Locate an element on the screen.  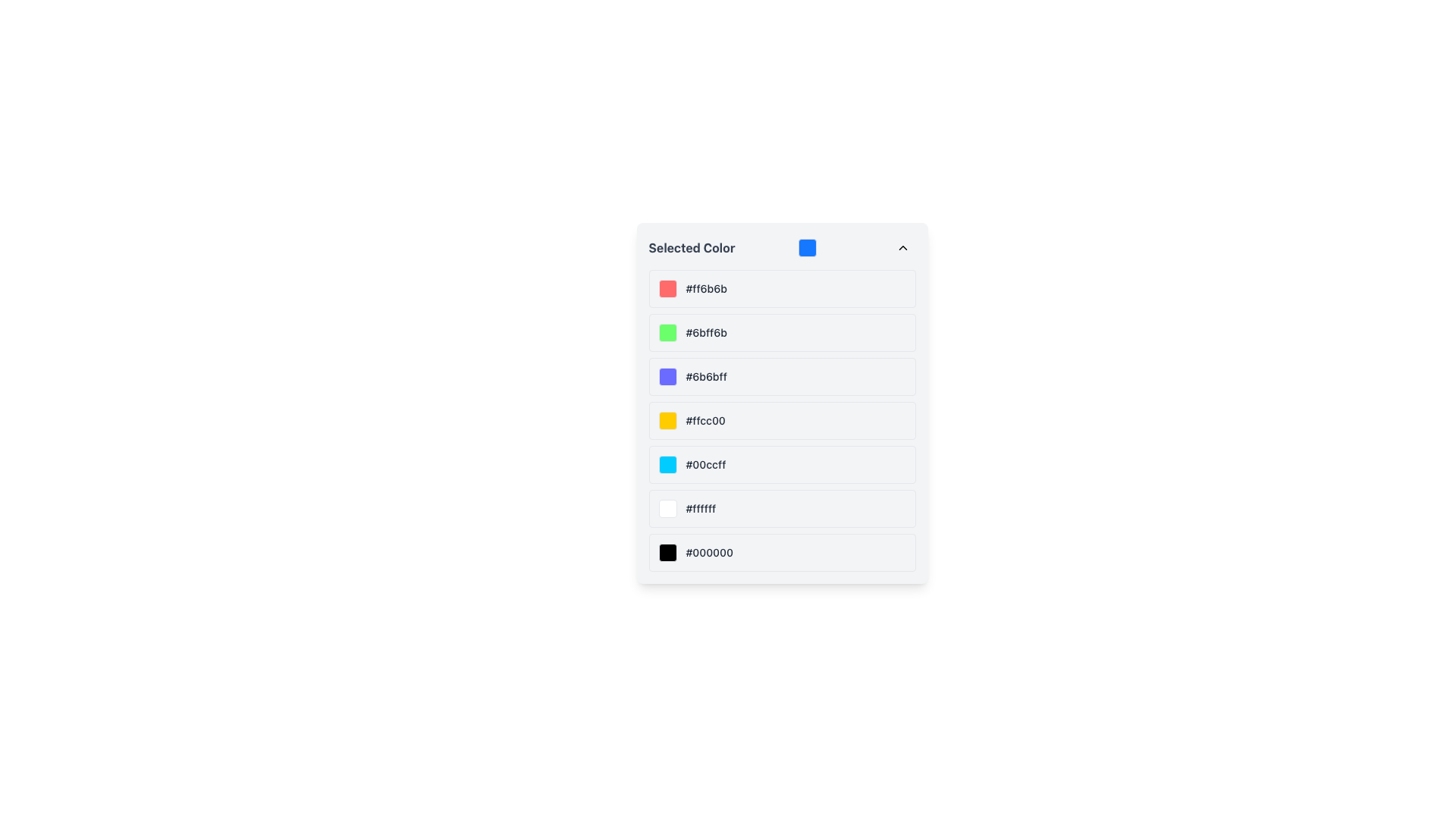
the third selectable color swatch item in the 'Selected Color' list is located at coordinates (782, 376).